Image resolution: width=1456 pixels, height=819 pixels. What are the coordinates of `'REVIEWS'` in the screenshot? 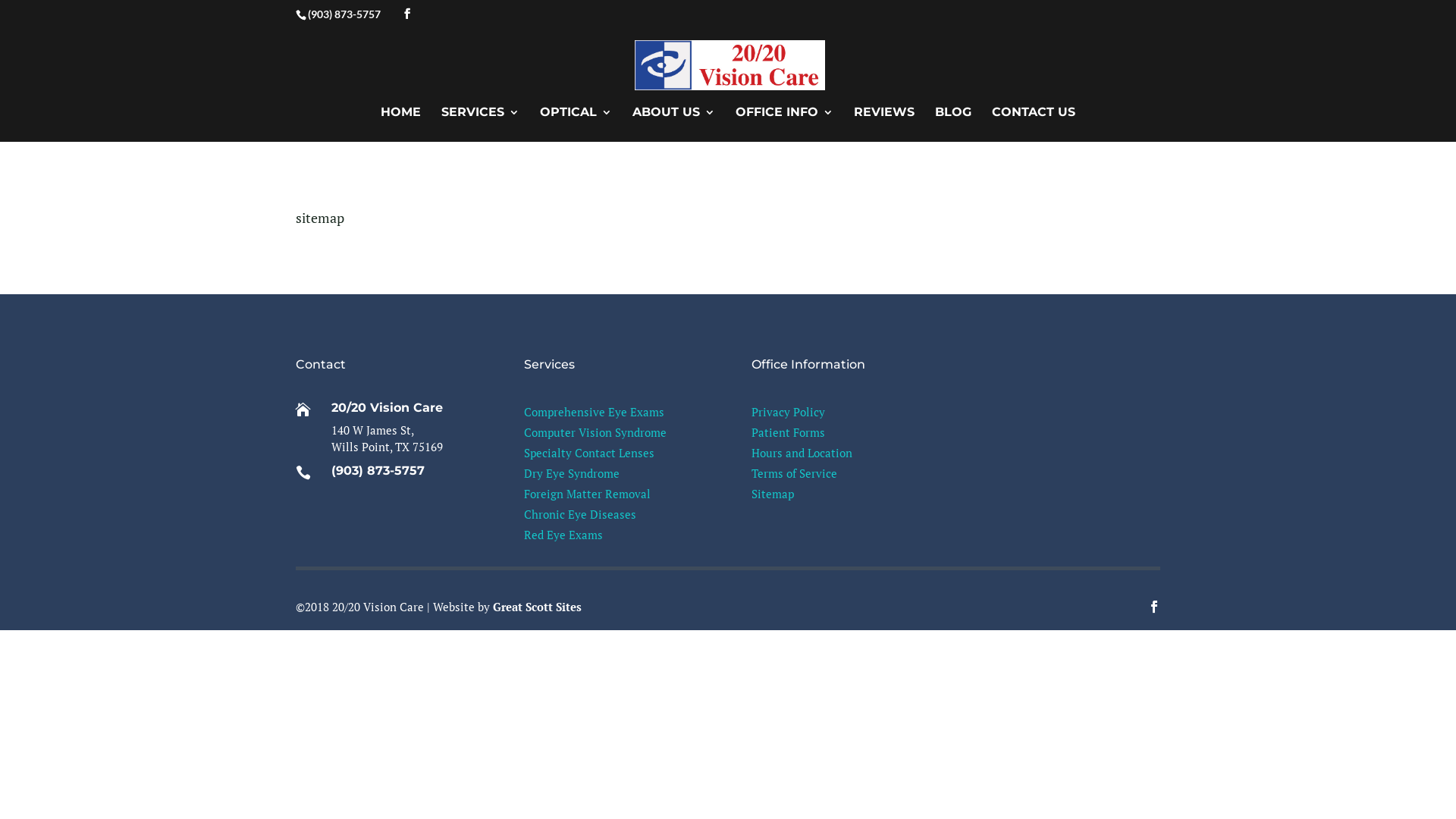 It's located at (884, 124).